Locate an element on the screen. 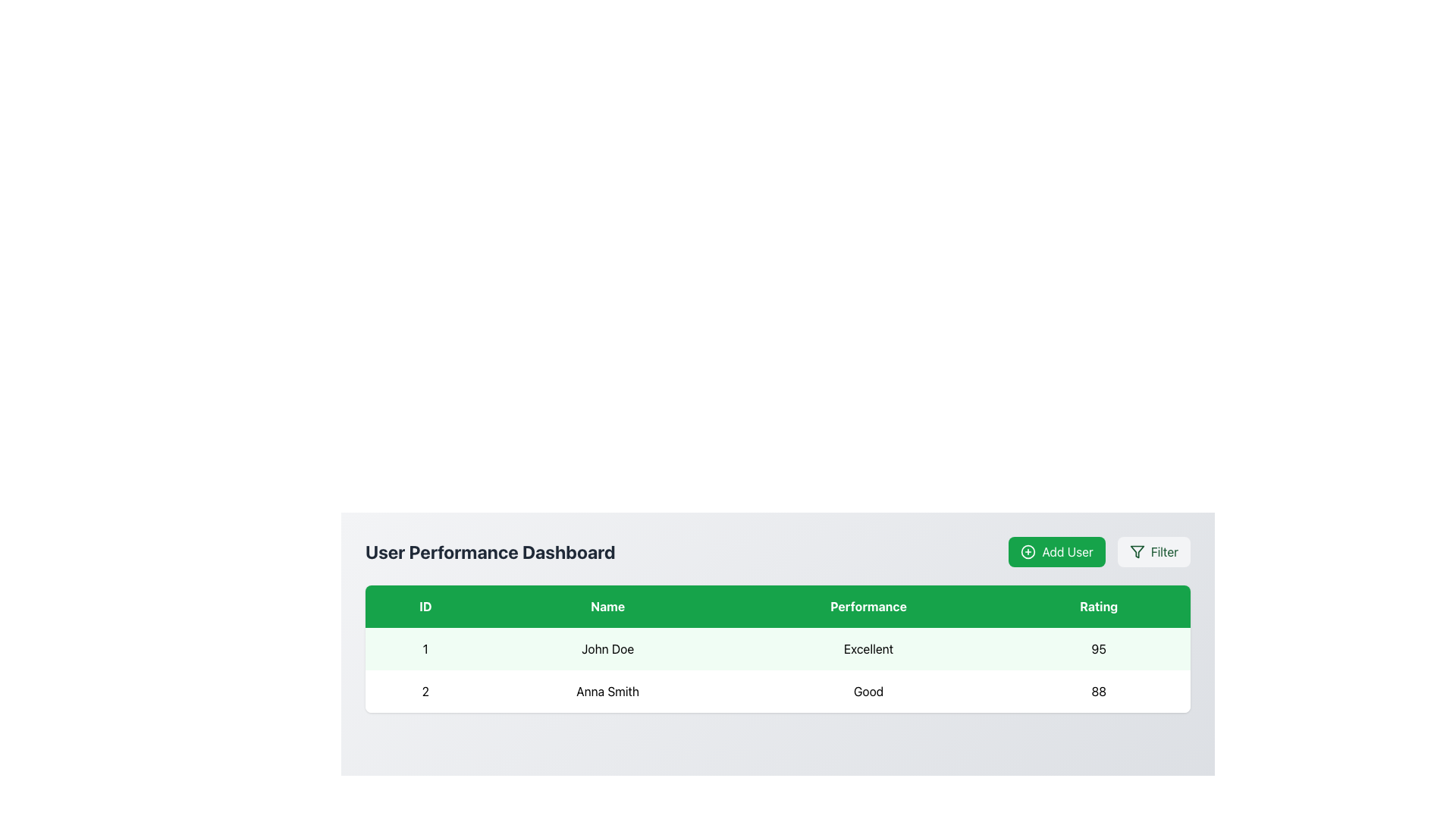 This screenshot has width=1456, height=819. the 'ID' column header cell in the table, which is the first cell in the top header row, providing context for the user or entity IDs below is located at coordinates (425, 605).